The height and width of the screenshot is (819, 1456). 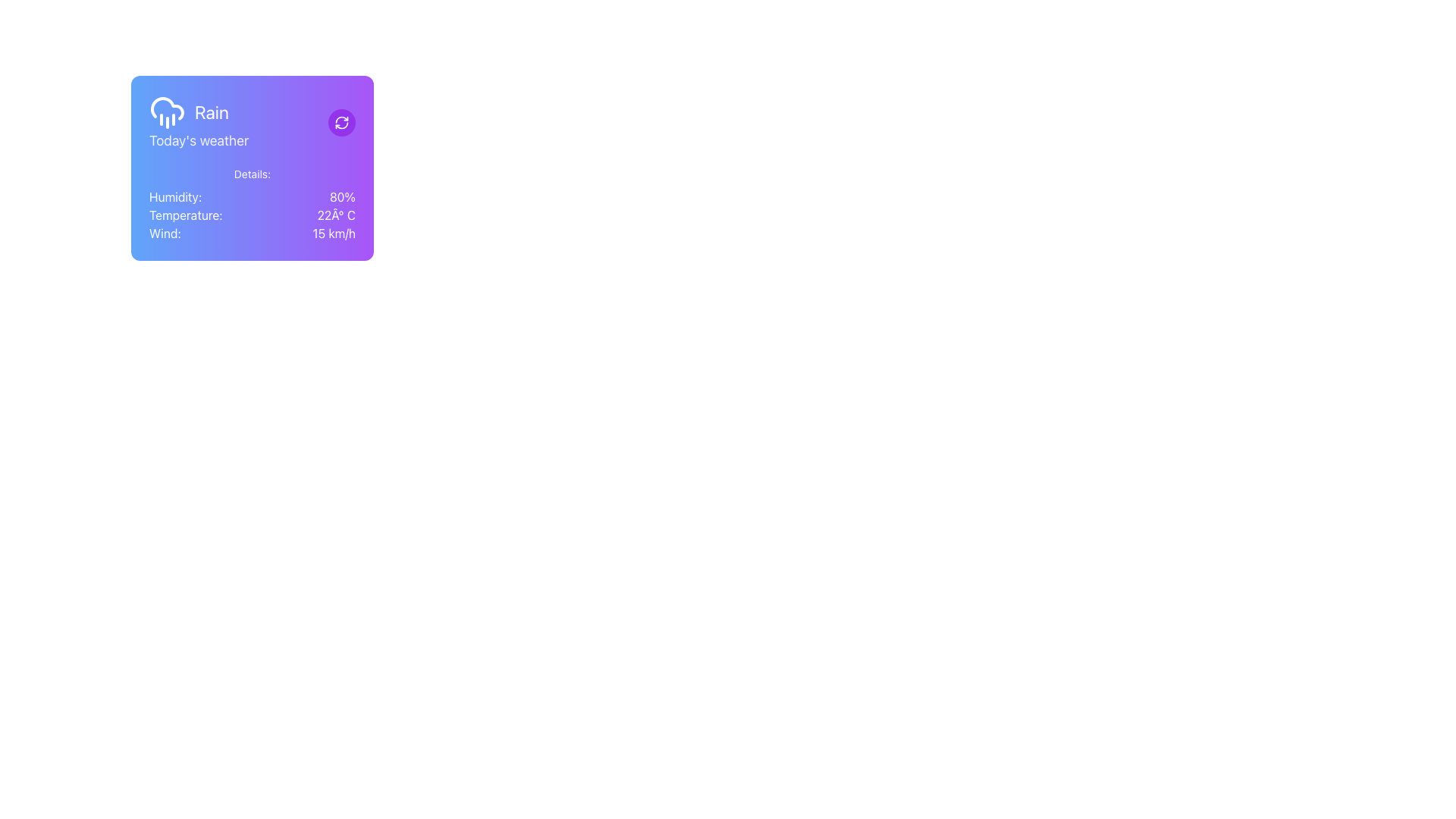 What do you see at coordinates (185, 215) in the screenshot?
I see `the Text Label displaying 'Temperature:' in white font, located below the 'Humidity:' text and to the left of '22Â° C' in the weather information card` at bounding box center [185, 215].